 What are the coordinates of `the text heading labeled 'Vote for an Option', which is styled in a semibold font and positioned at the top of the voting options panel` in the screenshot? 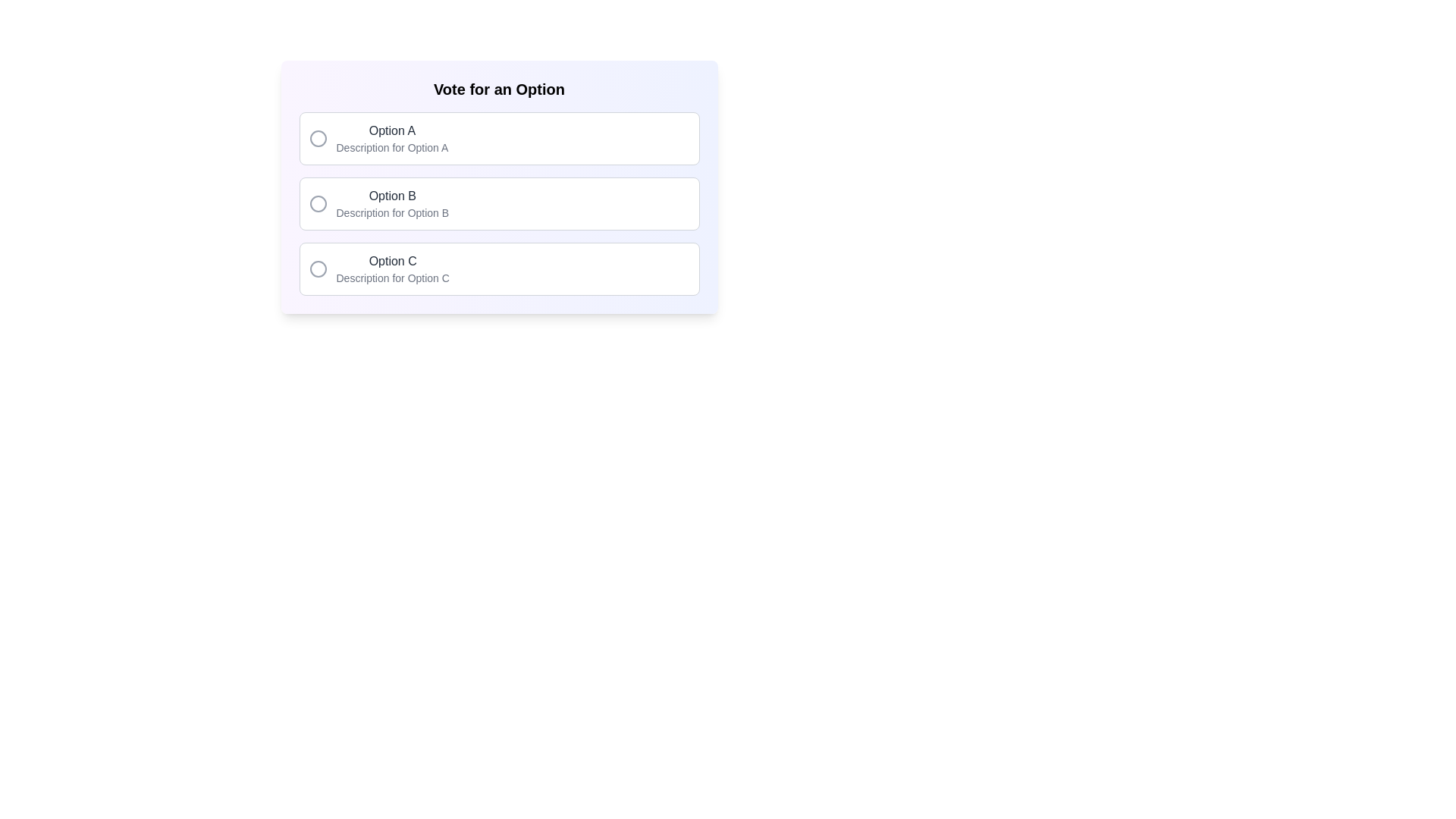 It's located at (499, 89).